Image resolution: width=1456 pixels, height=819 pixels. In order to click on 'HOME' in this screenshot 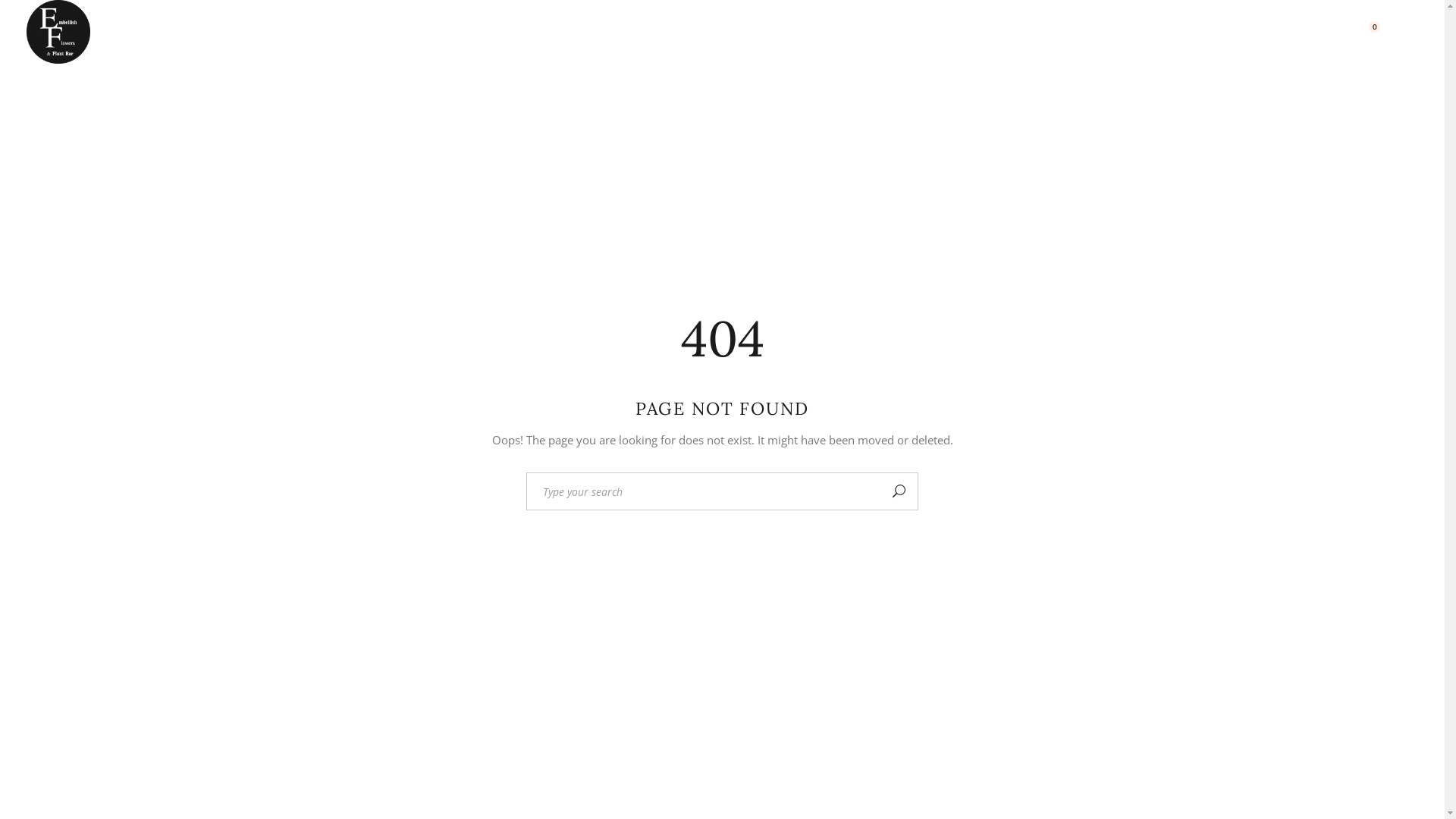, I will do `click(135, 32)`.